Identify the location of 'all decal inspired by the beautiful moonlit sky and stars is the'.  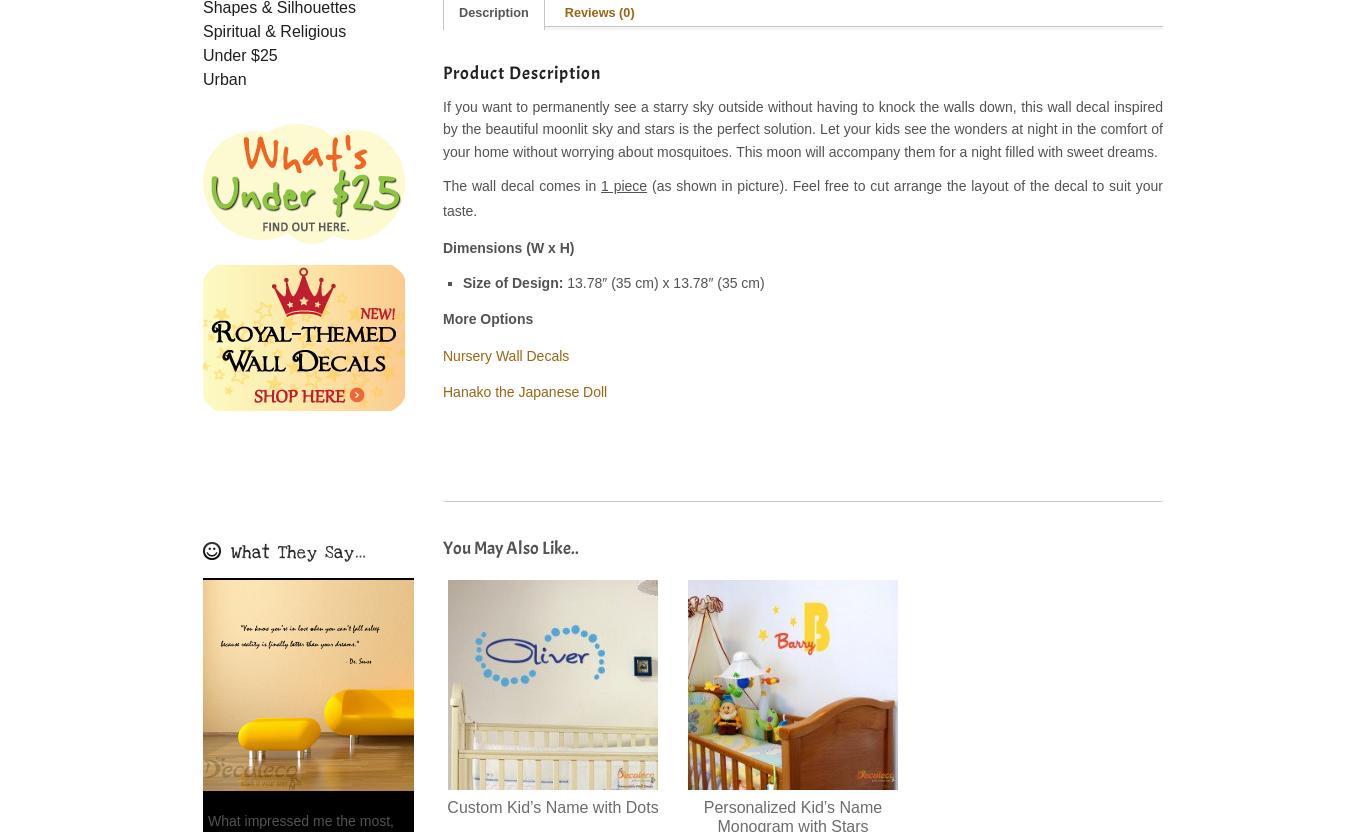
(441, 117).